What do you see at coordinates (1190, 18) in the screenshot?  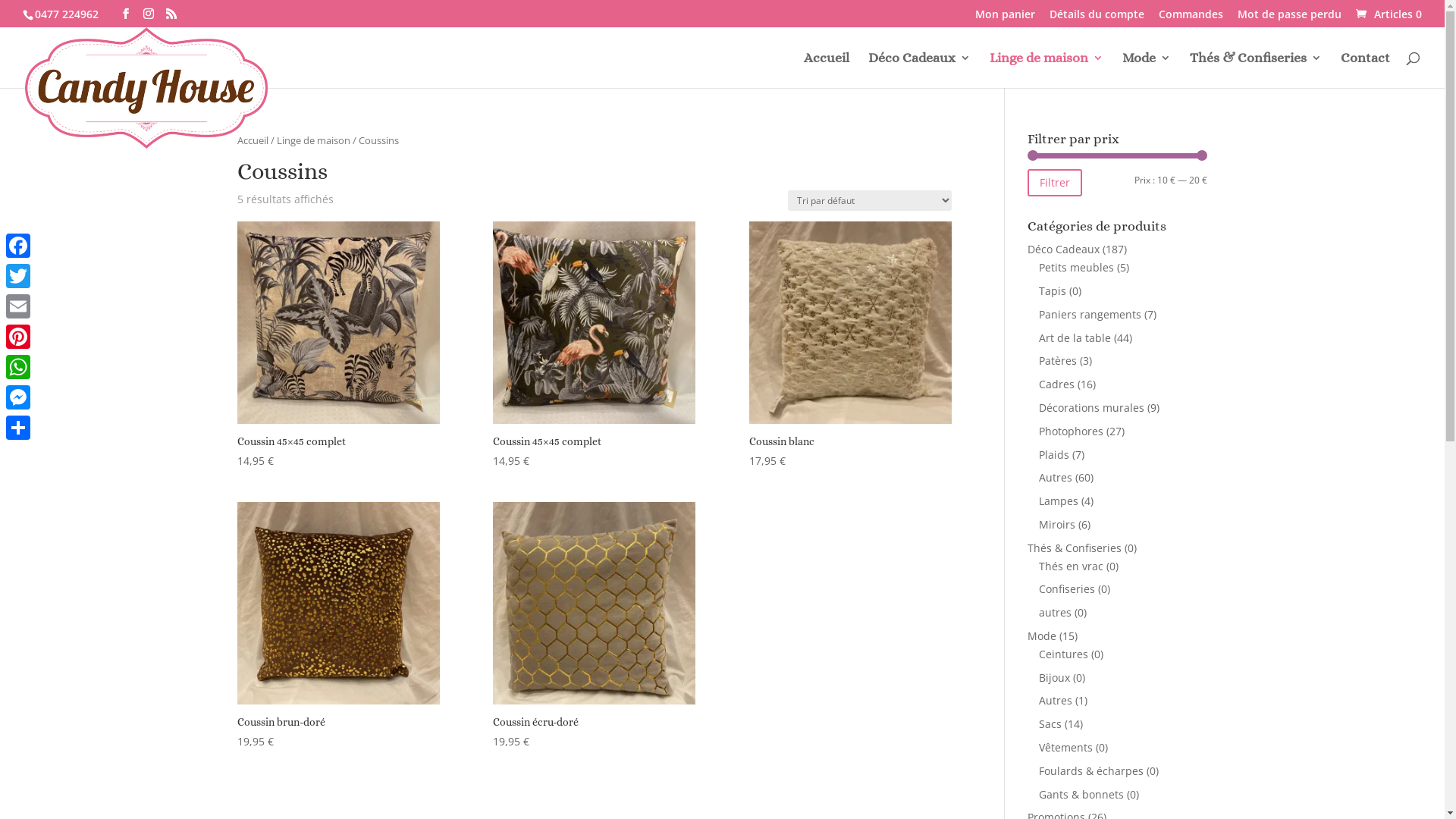 I see `'Commandes'` at bounding box center [1190, 18].